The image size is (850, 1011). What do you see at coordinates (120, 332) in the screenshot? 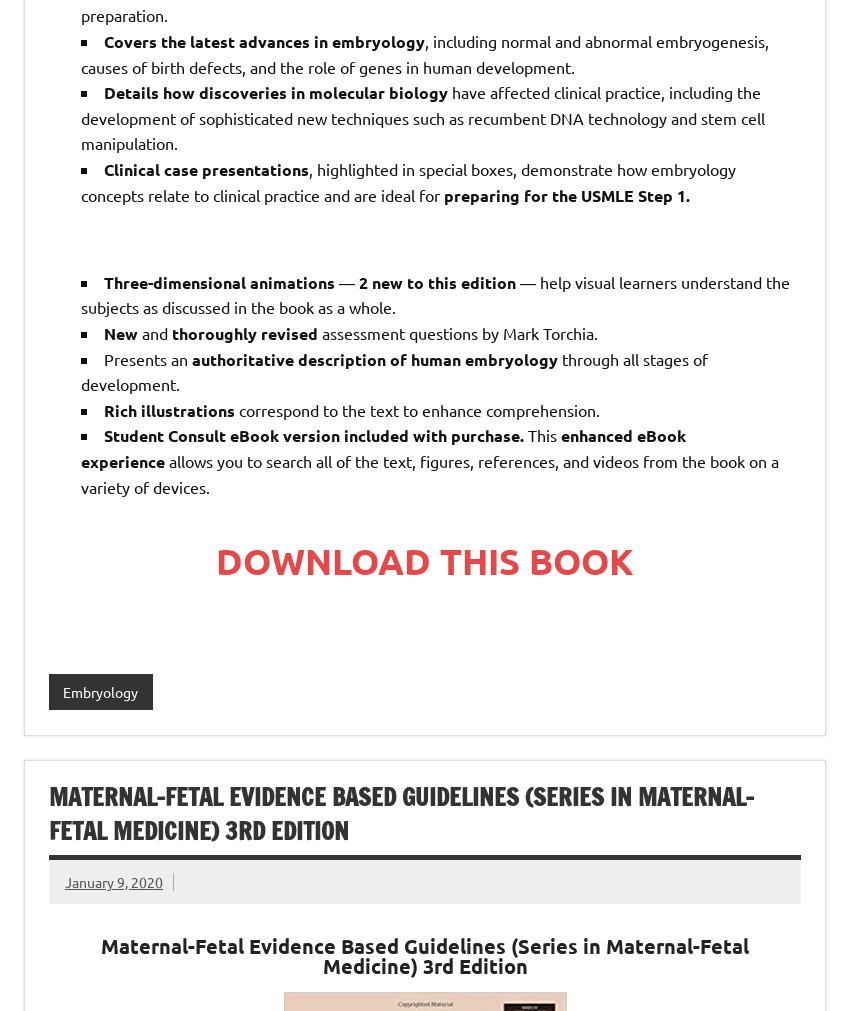
I see `'New'` at bounding box center [120, 332].